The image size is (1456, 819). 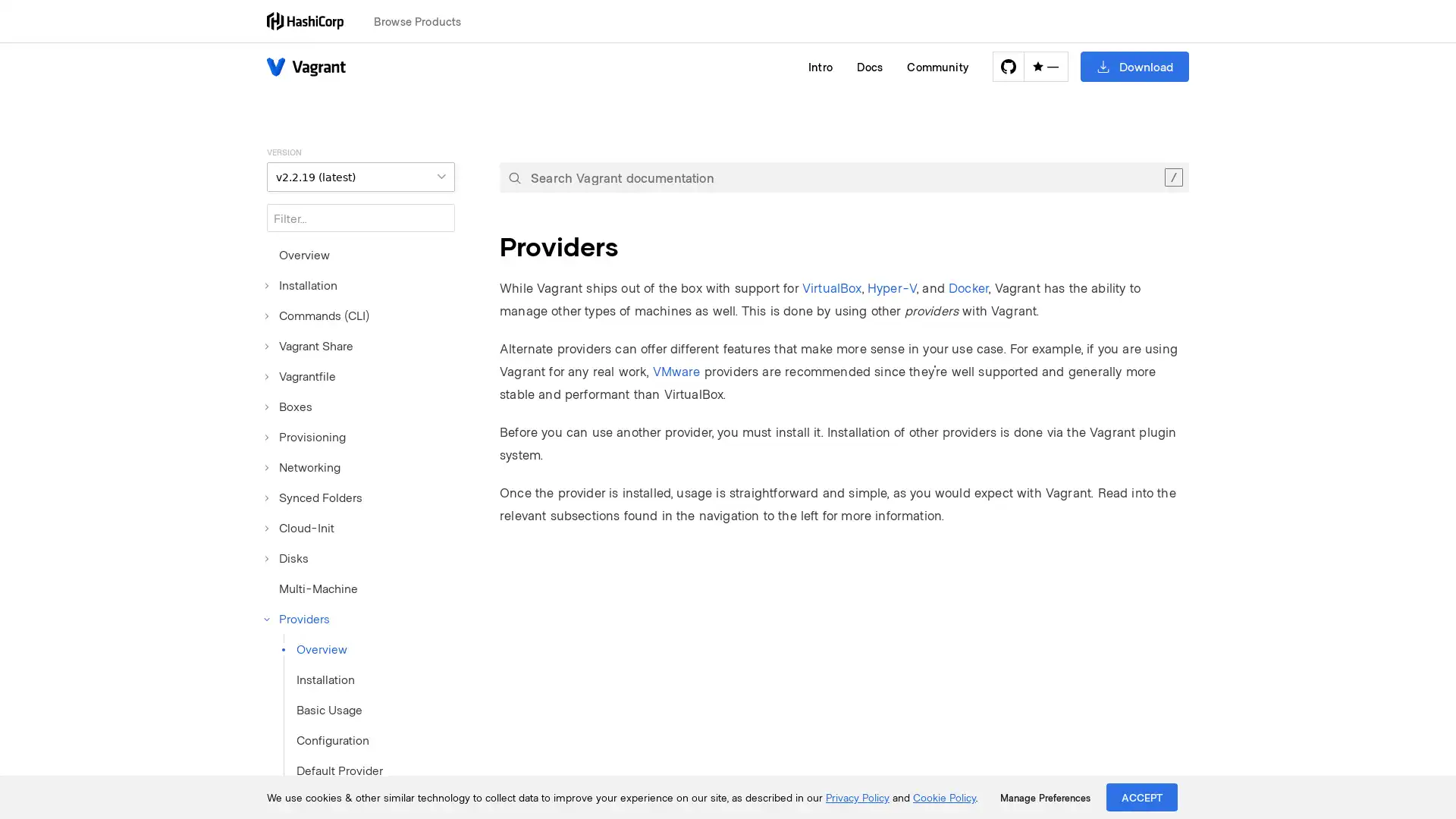 What do you see at coordinates (1142, 796) in the screenshot?
I see `ACCEPT` at bounding box center [1142, 796].